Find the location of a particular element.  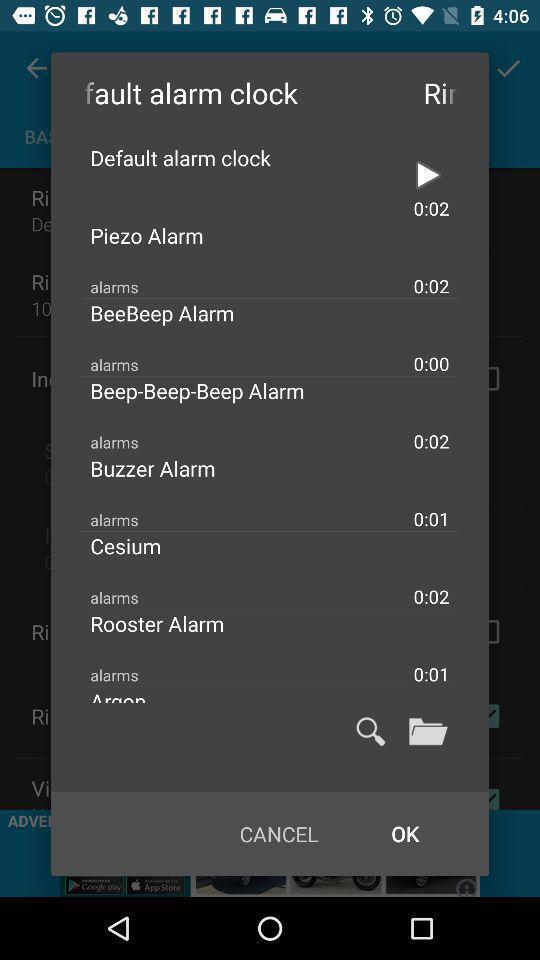

menu is located at coordinates (427, 730).